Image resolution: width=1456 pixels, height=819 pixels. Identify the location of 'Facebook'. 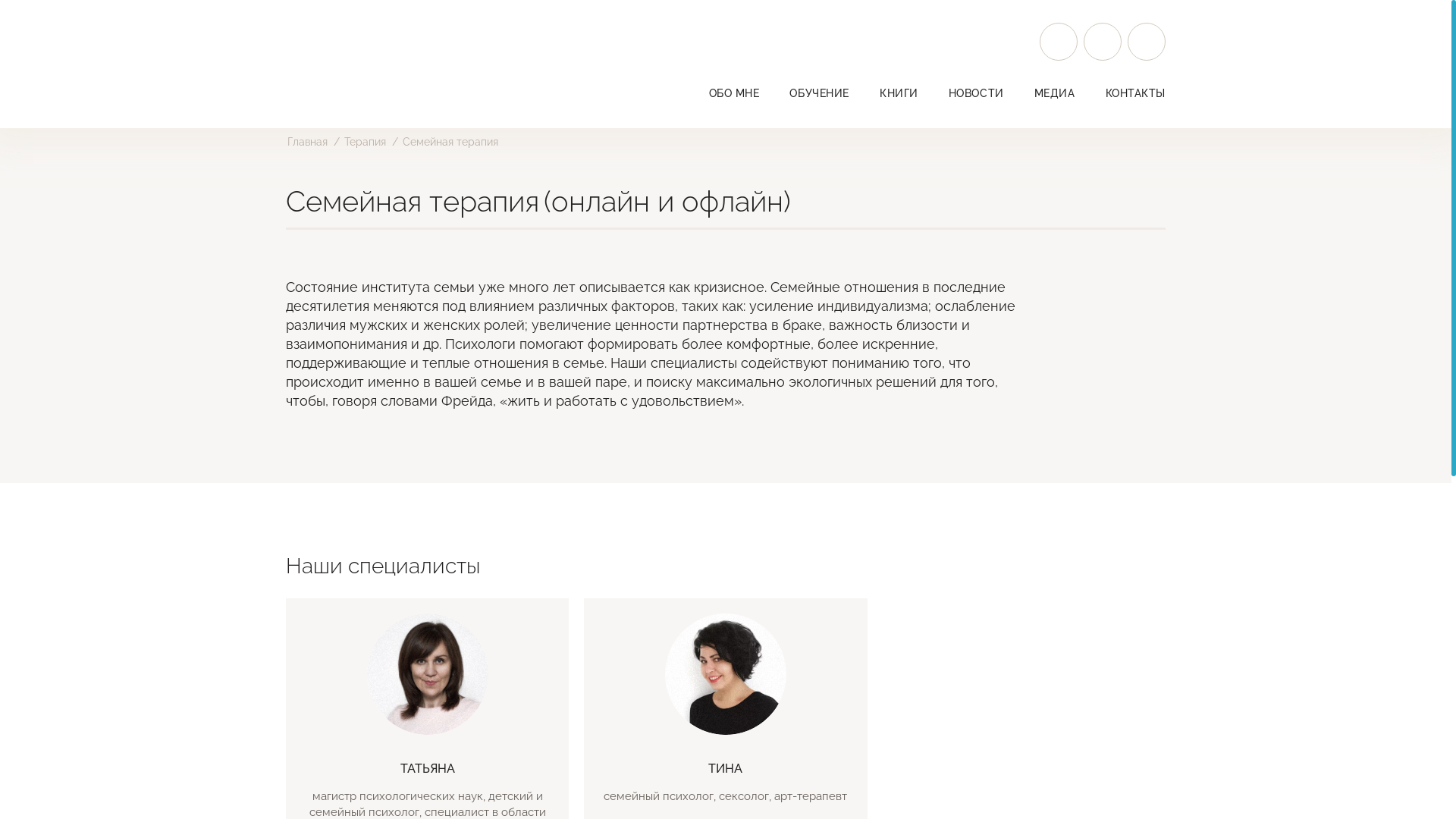
(1103, 40).